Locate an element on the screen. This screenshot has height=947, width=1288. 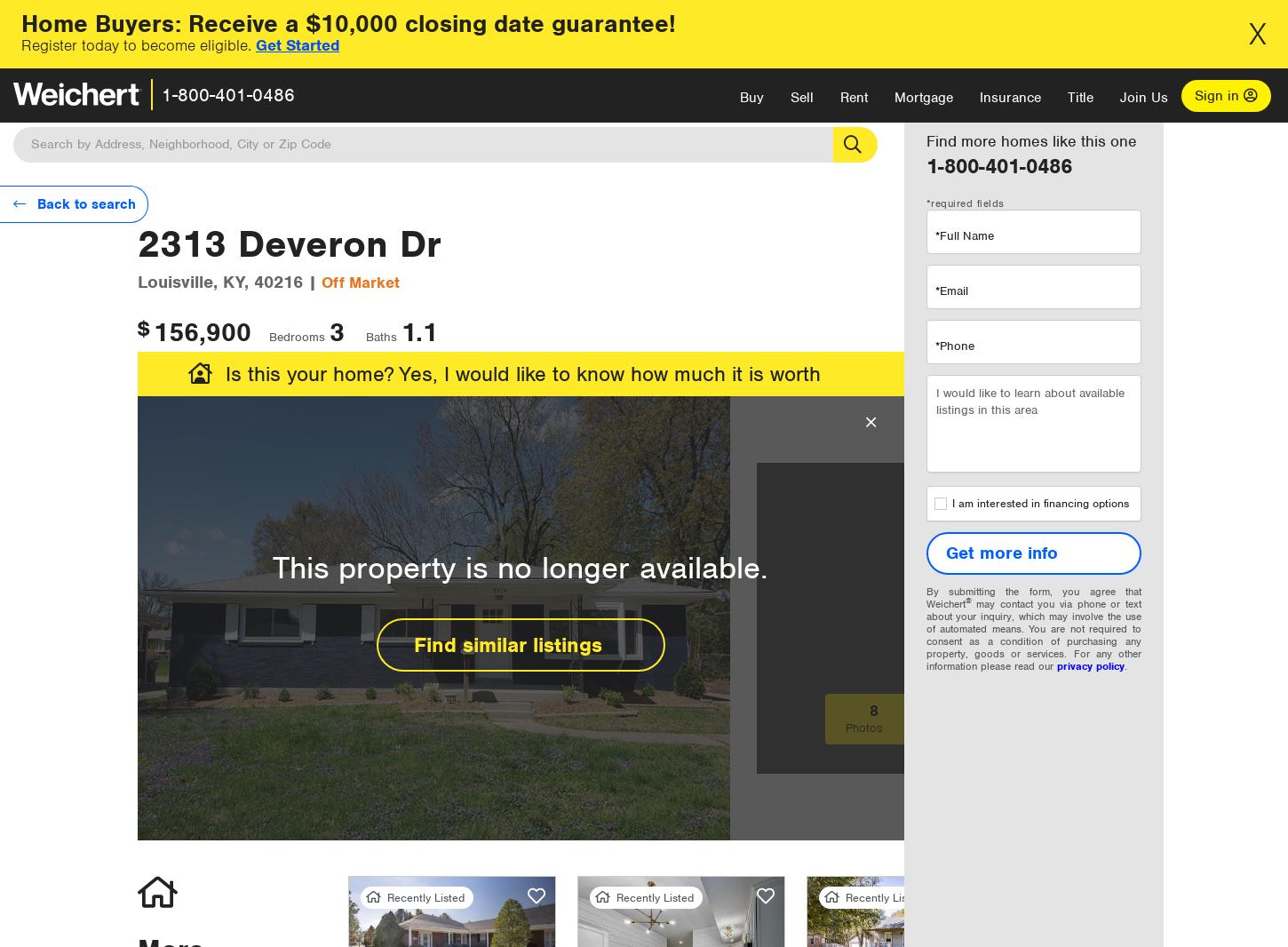
'This property is no longer available.' is located at coordinates (520, 566).